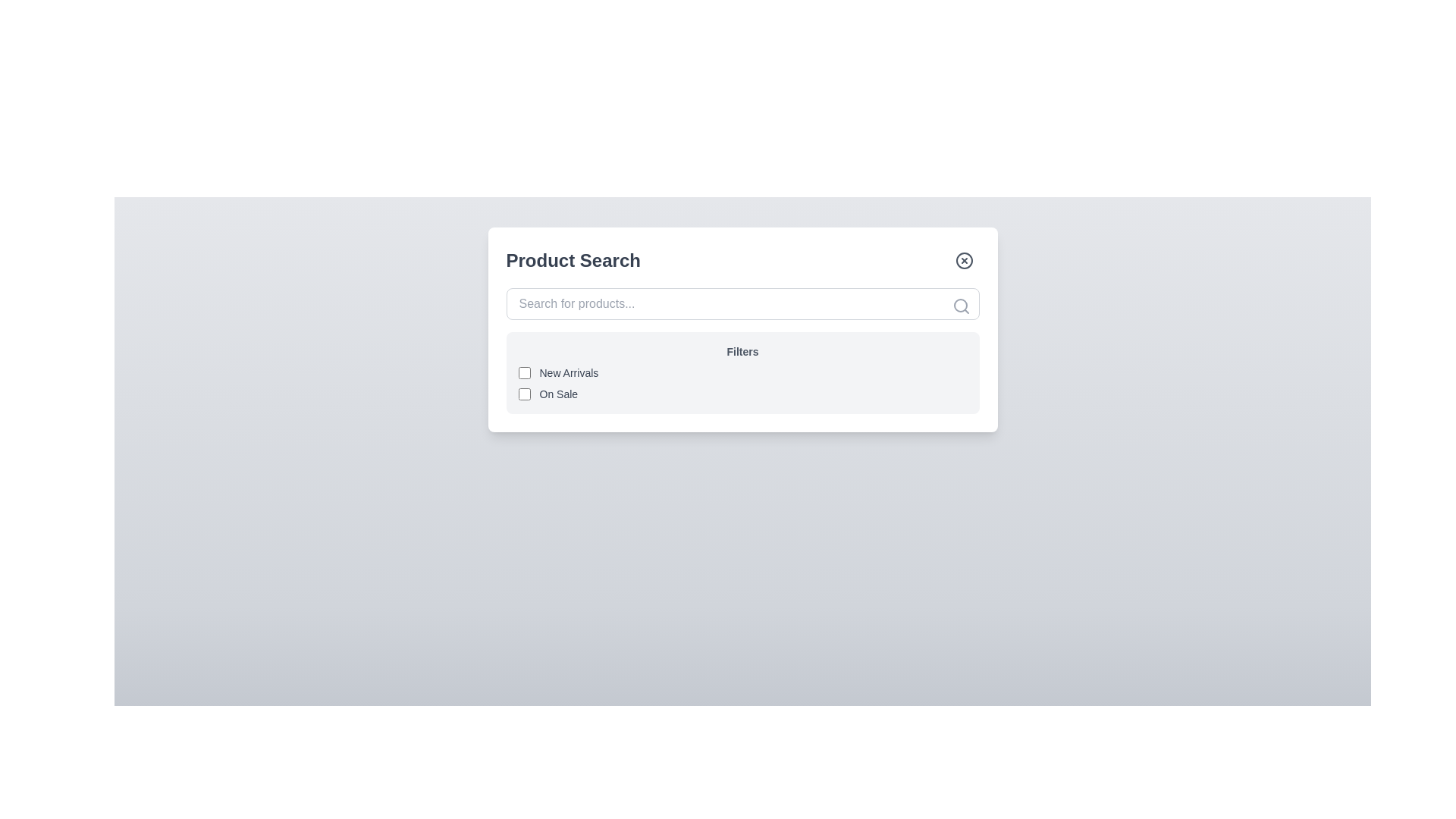  Describe the element at coordinates (557, 394) in the screenshot. I see `the label that describes the purpose of the checkbox for filtering items that are on sale, located within the second filter option of the 'Filters' section in the 'Product Search' panel` at that location.